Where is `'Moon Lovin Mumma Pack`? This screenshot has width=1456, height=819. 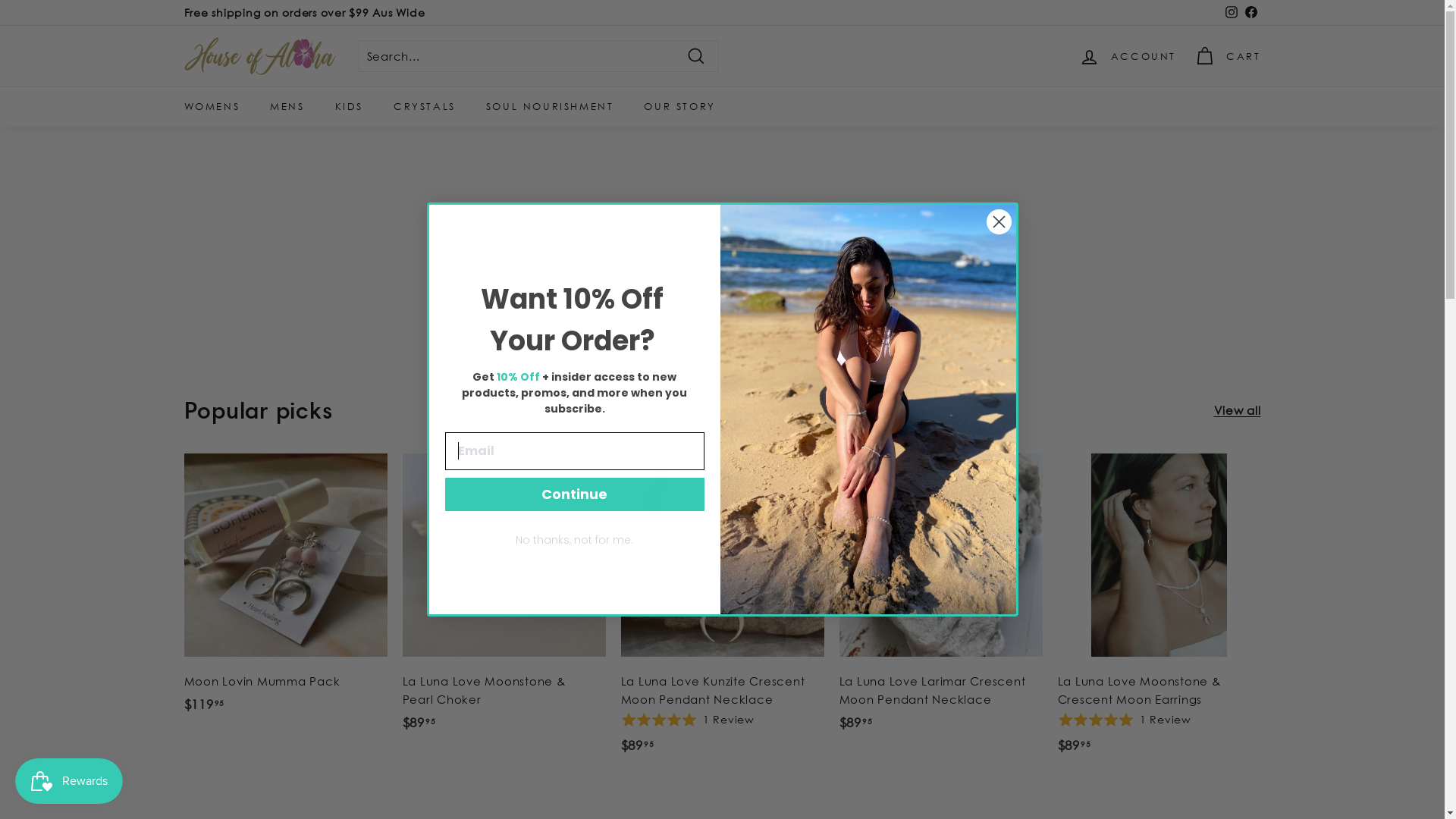
'Moon Lovin Mumma Pack is located at coordinates (284, 590).